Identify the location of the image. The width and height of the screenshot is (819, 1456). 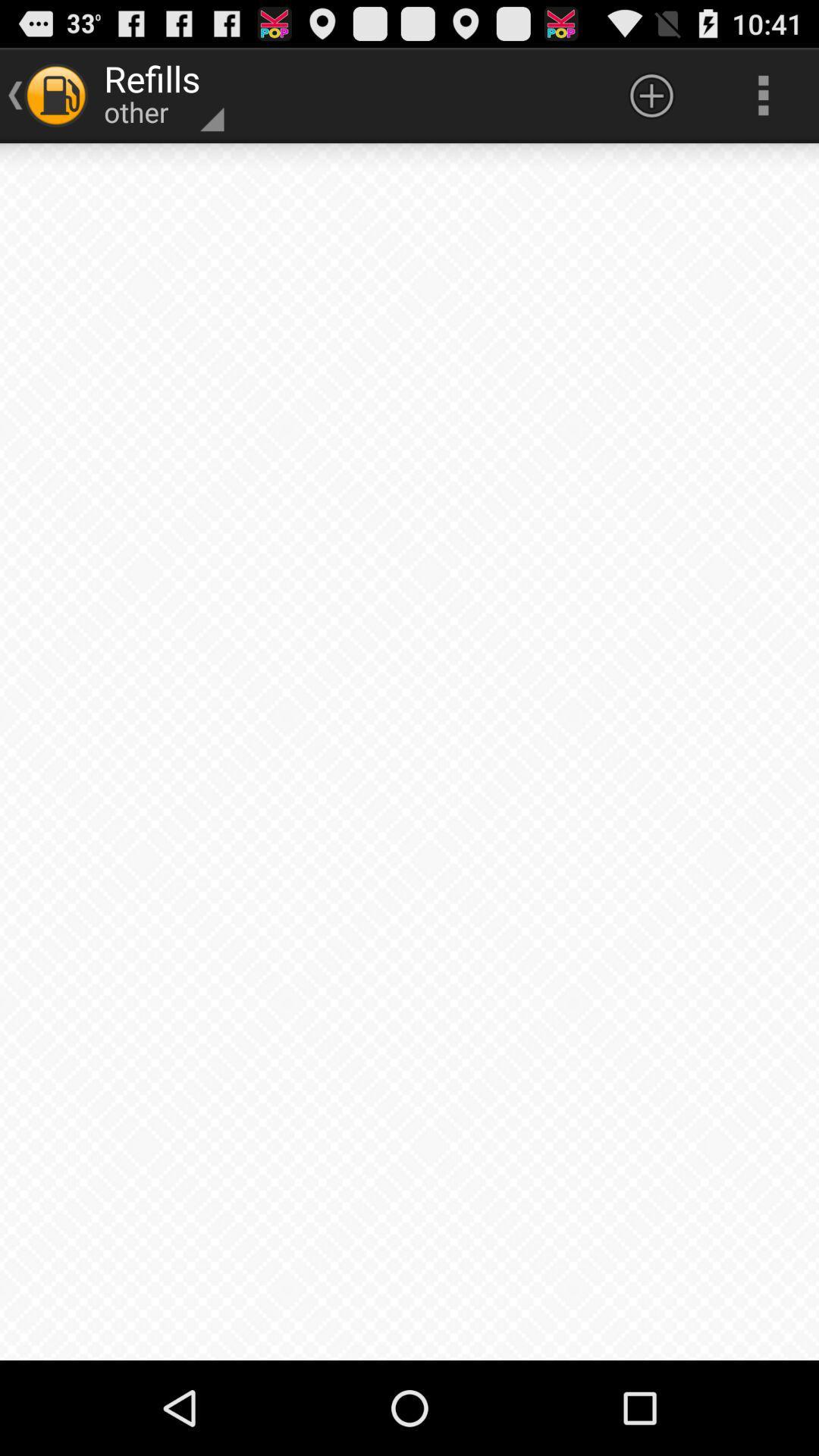
(409, 752).